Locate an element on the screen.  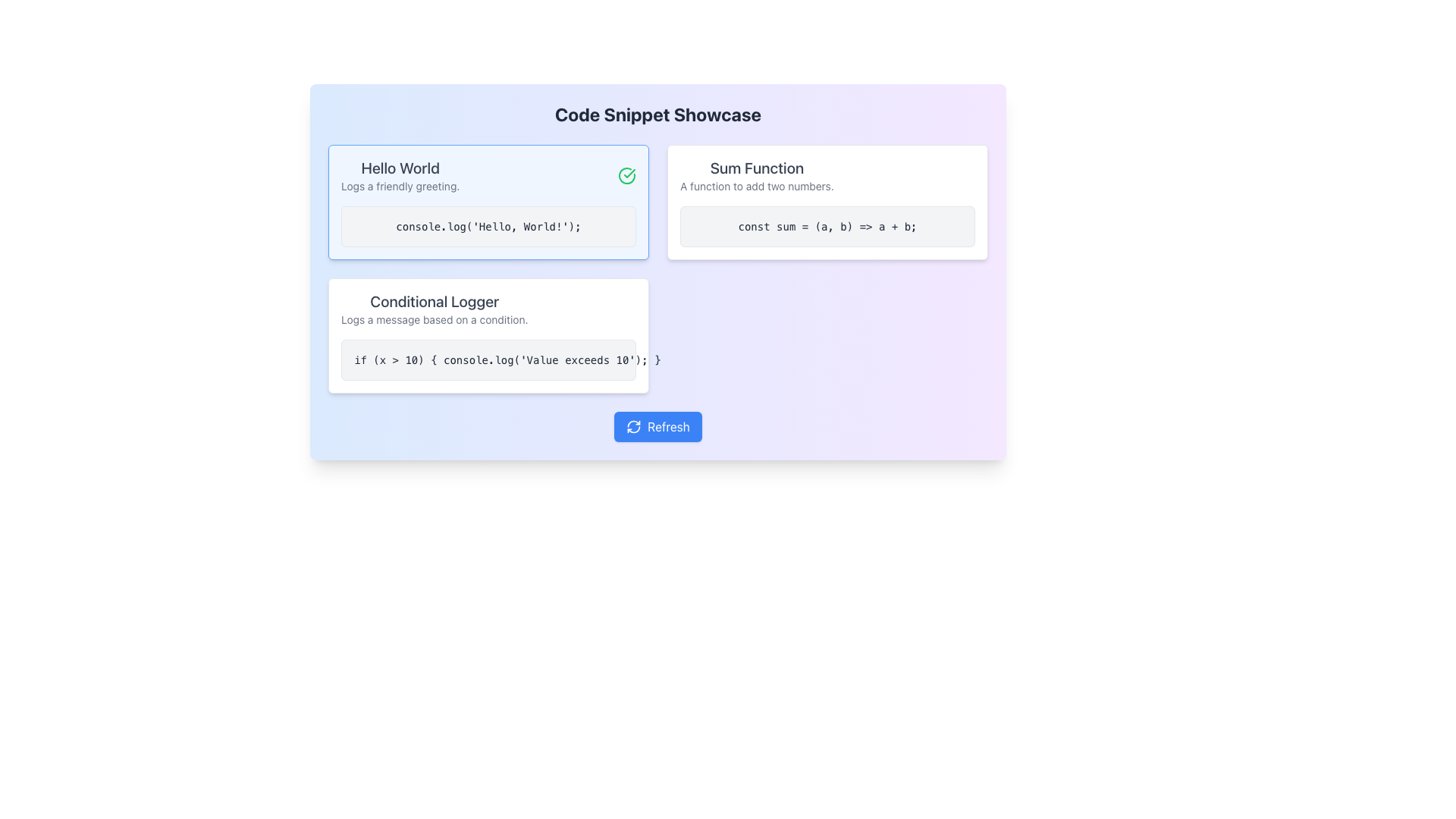
the Text Block that describes the 'Conditional Logger' code snippet, located below the 'Hello World' element in the 'Code Snippet Showcase' interface is located at coordinates (434, 309).